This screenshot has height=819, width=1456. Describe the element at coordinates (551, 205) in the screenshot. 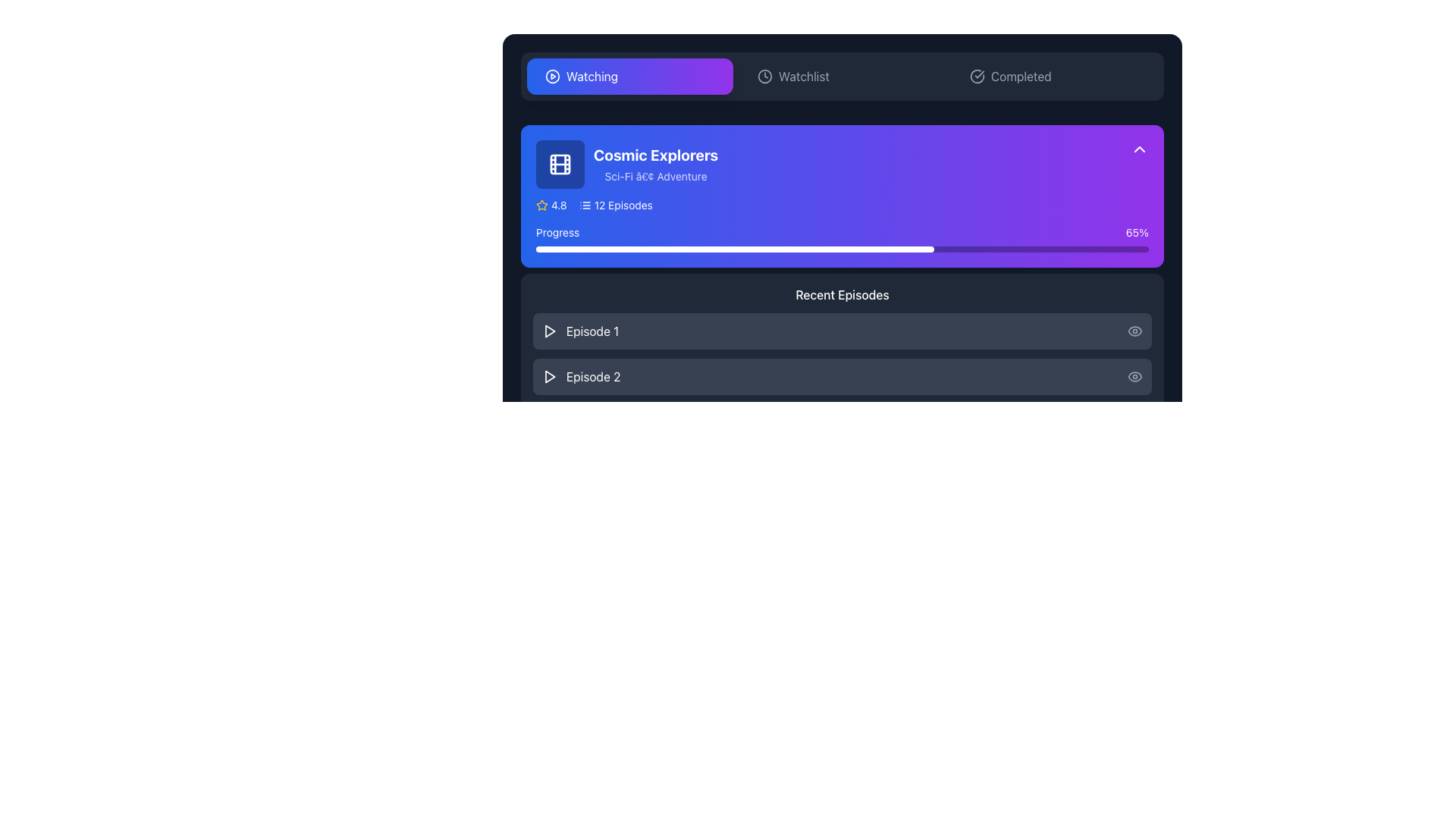

I see `rating value displayed as '4.8' next to the star icon in the blue background area of the 'Cosmic Explorers' card` at that location.